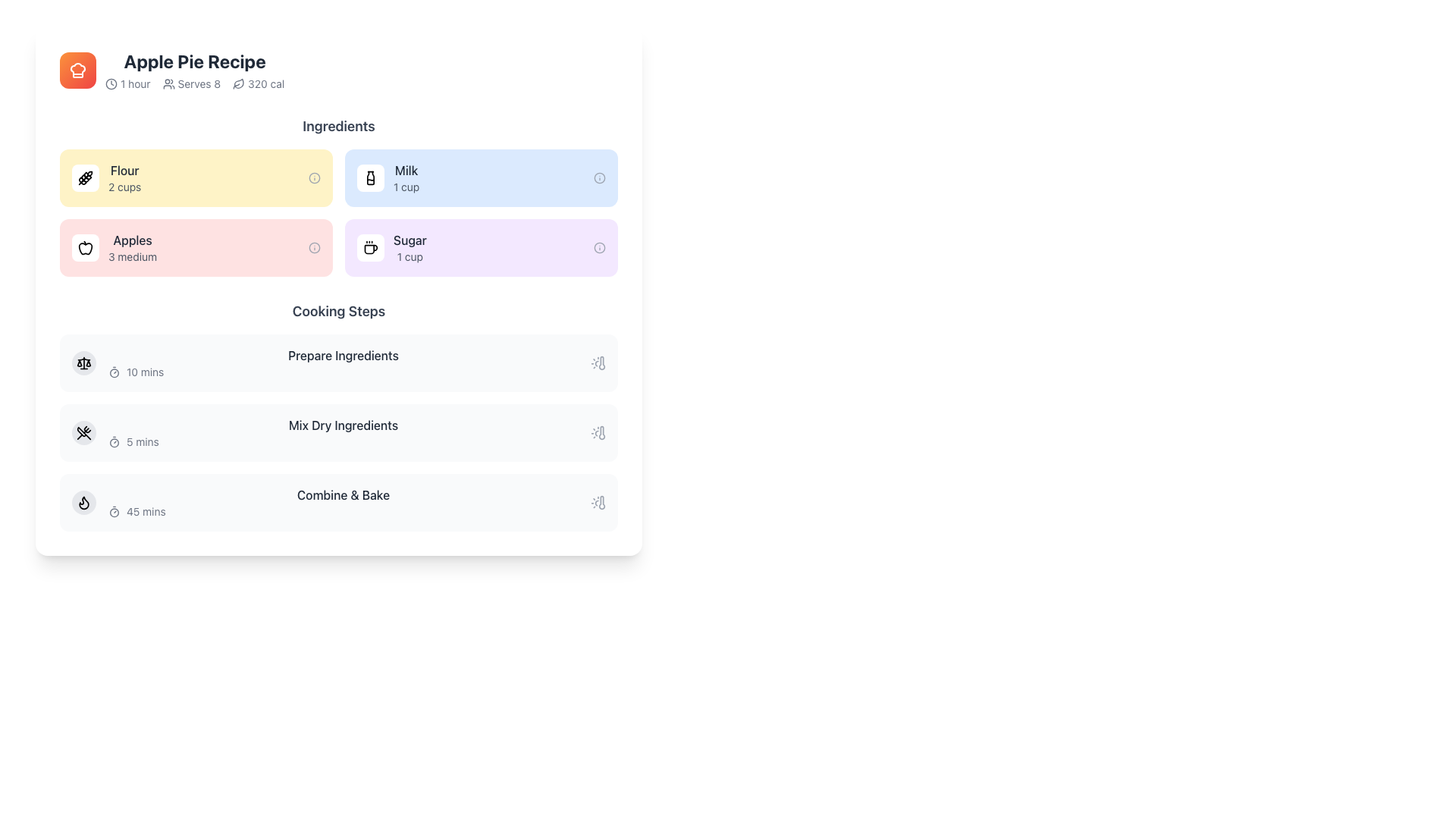 This screenshot has height=819, width=1456. I want to click on the user group icon located within the 'Serves 8' label at the top left corner of the recipe card, so click(168, 84).